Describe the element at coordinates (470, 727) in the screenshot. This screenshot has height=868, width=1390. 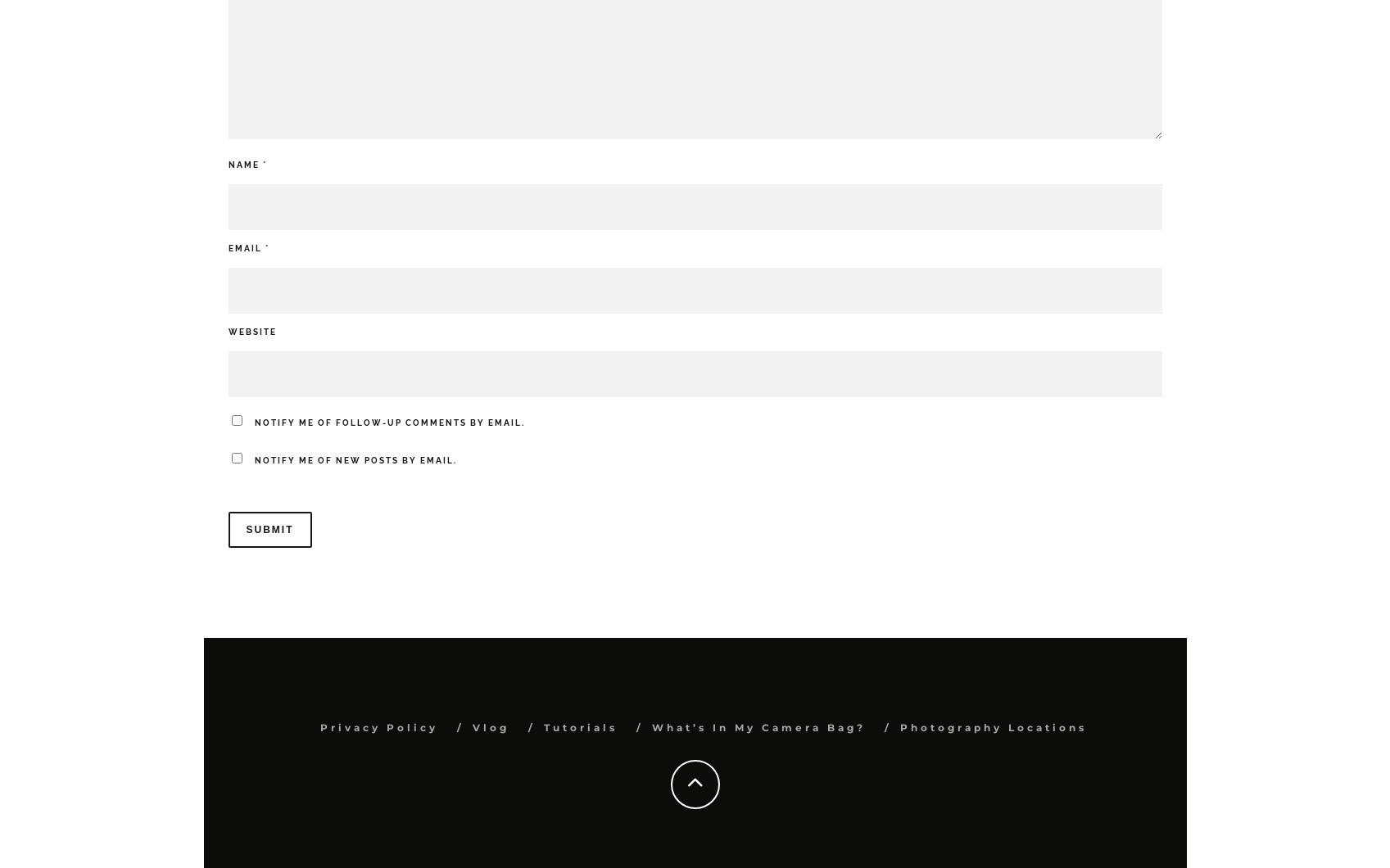
I see `'Vlog'` at that location.